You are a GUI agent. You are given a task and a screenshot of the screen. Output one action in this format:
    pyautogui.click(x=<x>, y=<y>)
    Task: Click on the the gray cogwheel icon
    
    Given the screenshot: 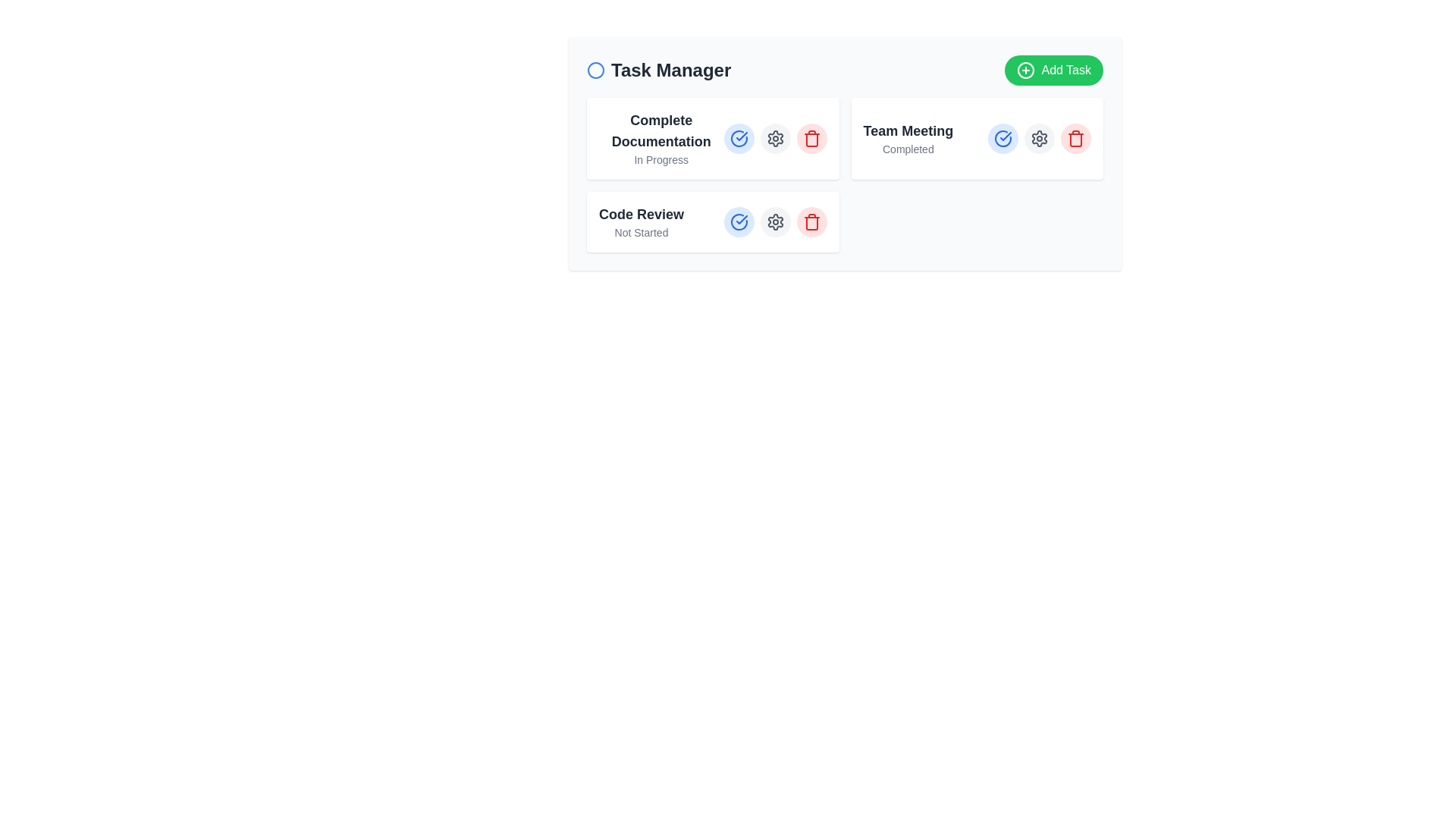 What is the action you would take?
    pyautogui.click(x=775, y=138)
    